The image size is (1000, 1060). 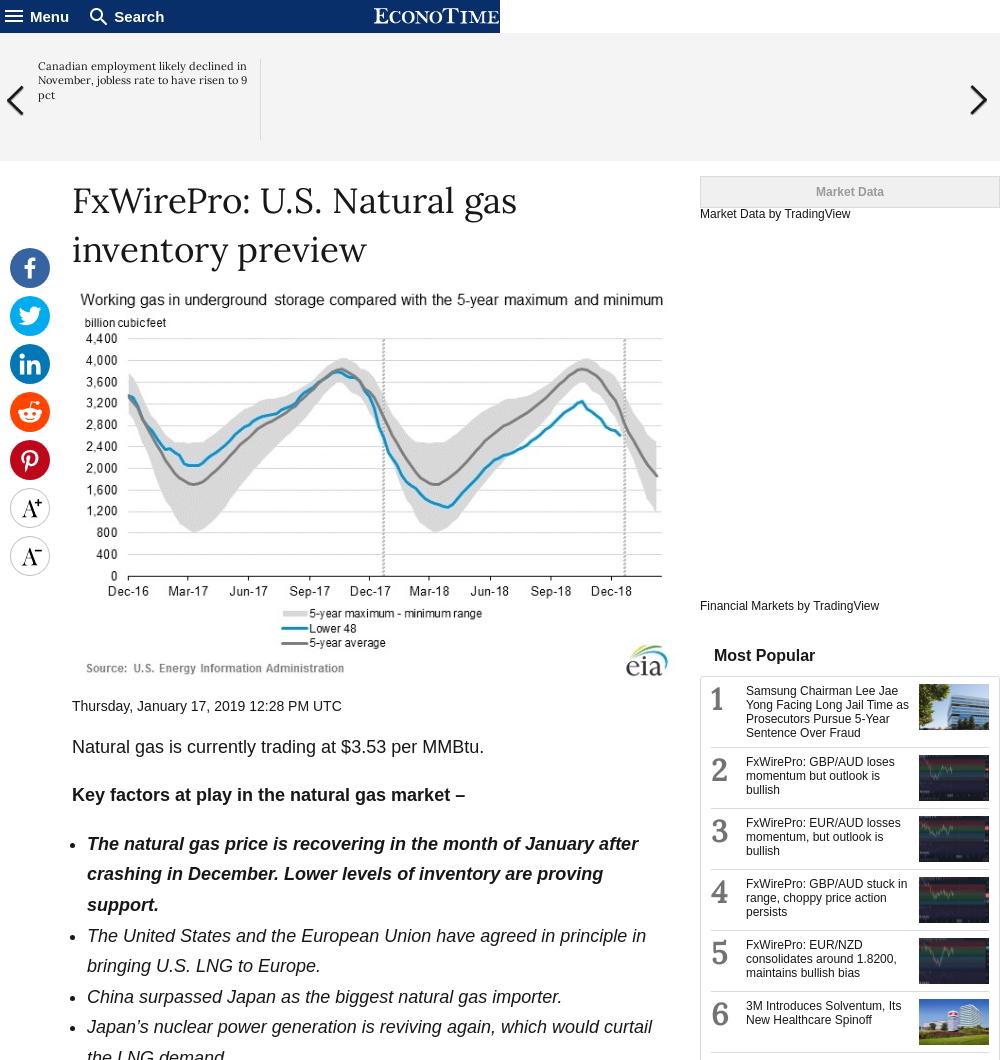 What do you see at coordinates (745, 1012) in the screenshot?
I see `'3M Introduces Solventum, Its New Healthcare Spinoff'` at bounding box center [745, 1012].